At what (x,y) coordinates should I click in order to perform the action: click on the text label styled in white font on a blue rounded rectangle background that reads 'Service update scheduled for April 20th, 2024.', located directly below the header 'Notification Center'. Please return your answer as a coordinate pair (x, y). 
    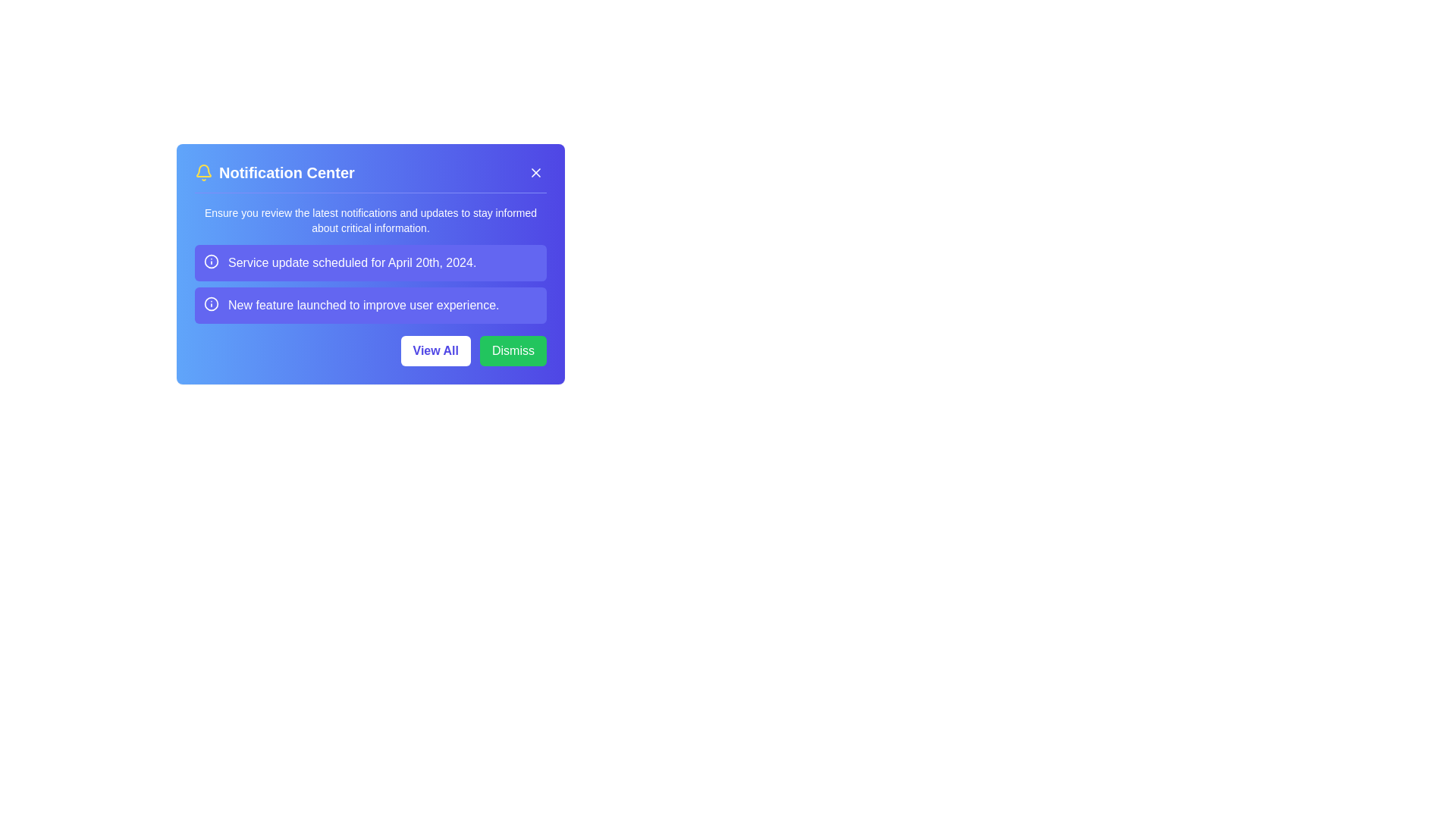
    Looking at the image, I should click on (351, 262).